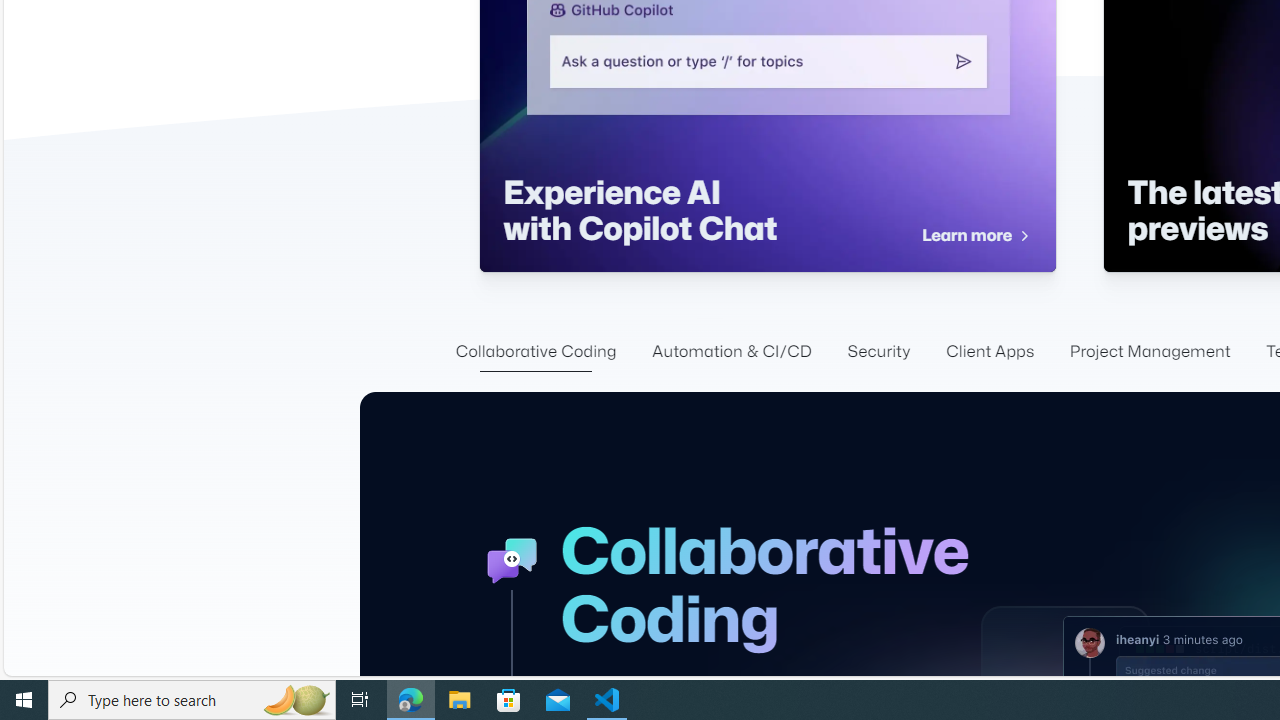  I want to click on 'Client Apps', so click(990, 351).